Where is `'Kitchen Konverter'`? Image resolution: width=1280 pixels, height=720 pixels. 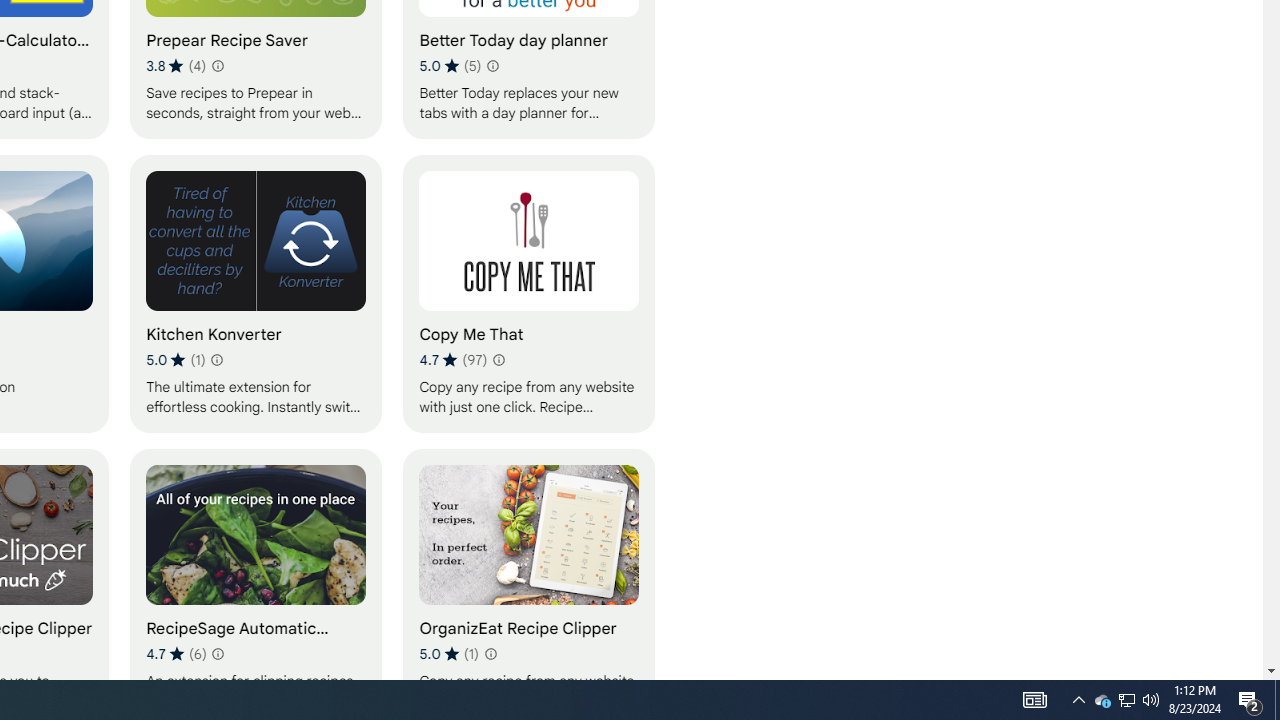
'Kitchen Konverter' is located at coordinates (255, 293).